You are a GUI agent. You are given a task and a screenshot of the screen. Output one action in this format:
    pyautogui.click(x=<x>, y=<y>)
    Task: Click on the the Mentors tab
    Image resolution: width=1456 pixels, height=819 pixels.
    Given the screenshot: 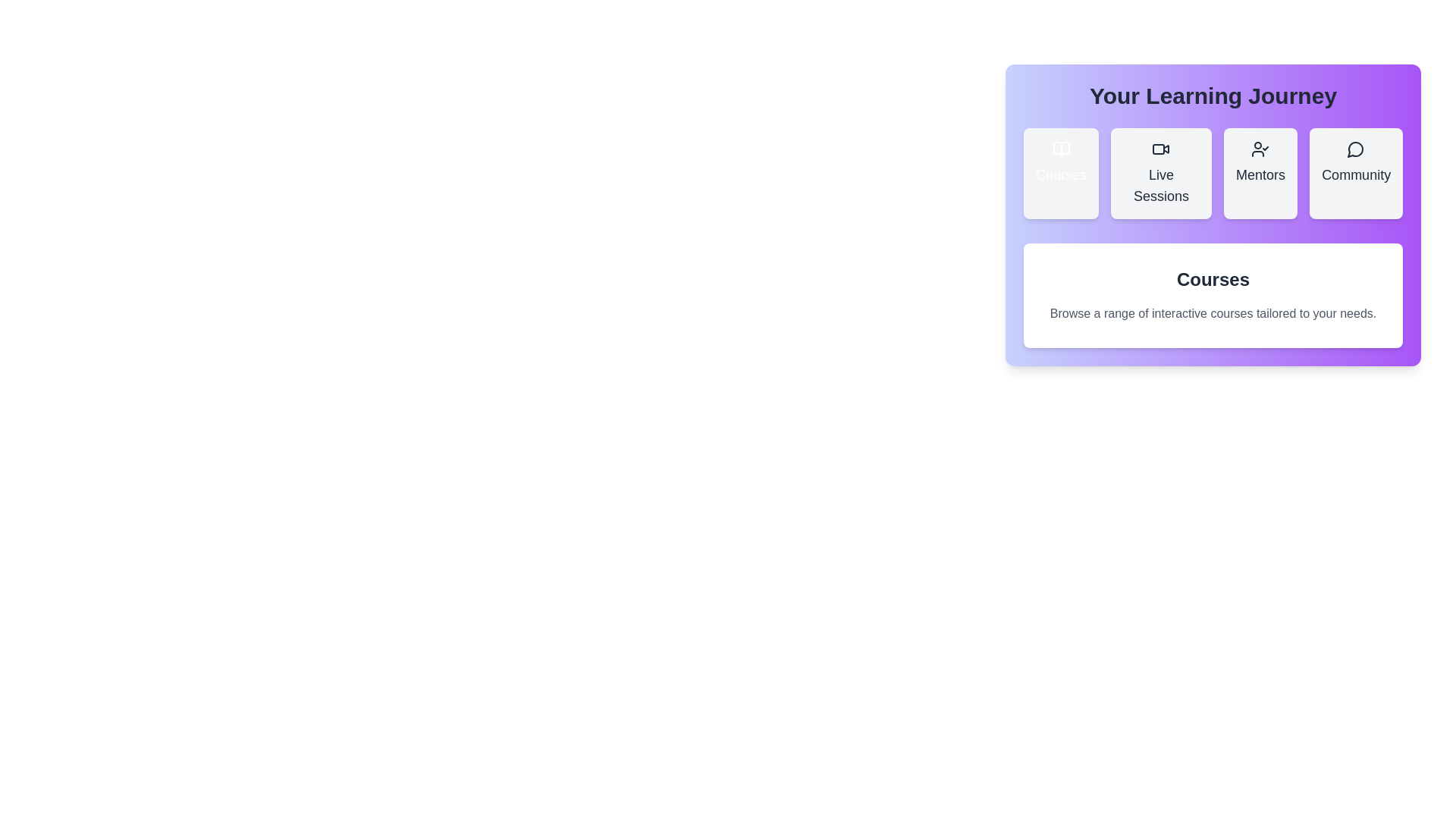 What is the action you would take?
    pyautogui.click(x=1260, y=172)
    